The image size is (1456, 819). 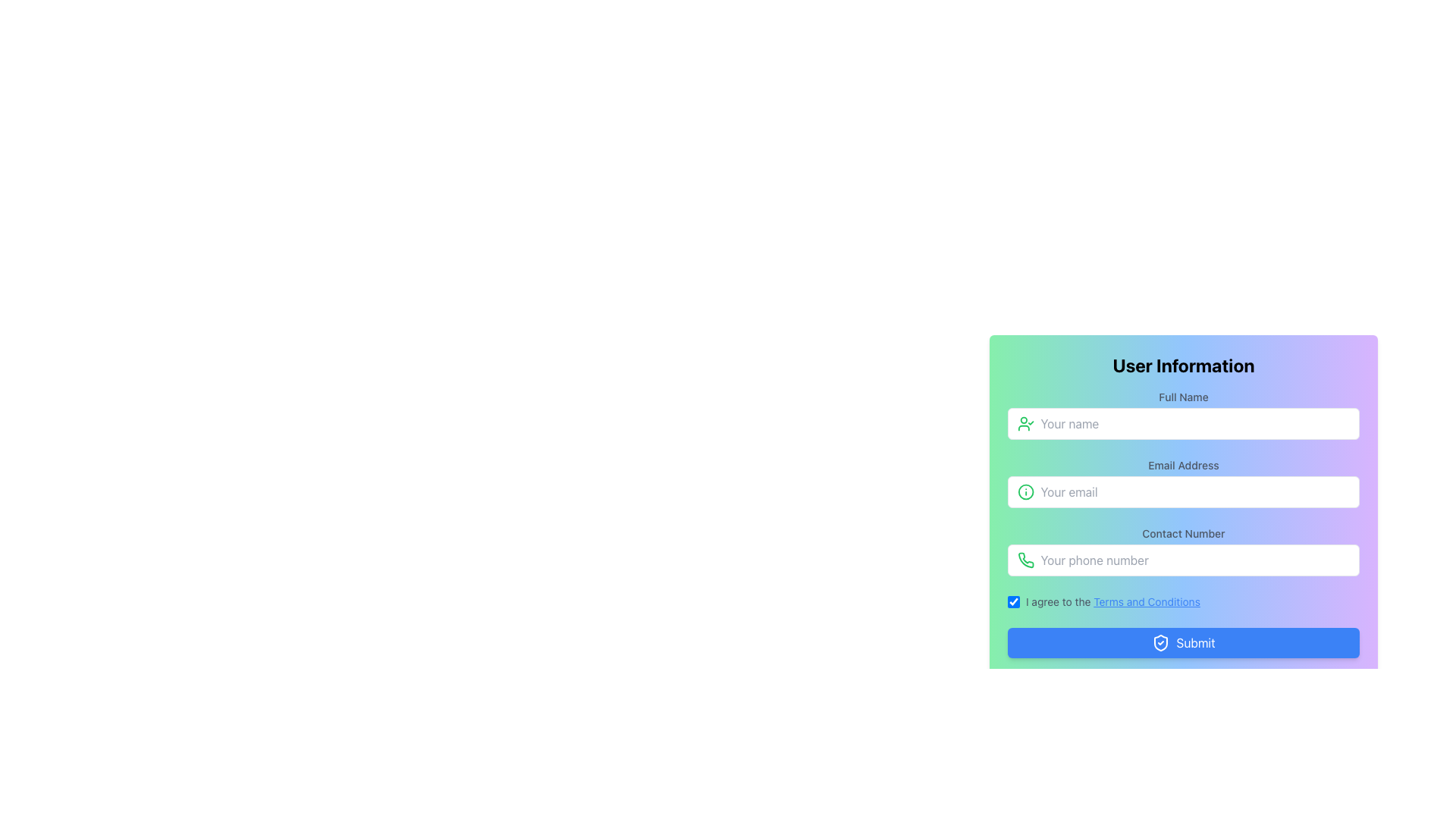 What do you see at coordinates (1160, 643) in the screenshot?
I see `the stylized shield icon embedded in the SVG component that is located at the center of the 'Submit' button` at bounding box center [1160, 643].